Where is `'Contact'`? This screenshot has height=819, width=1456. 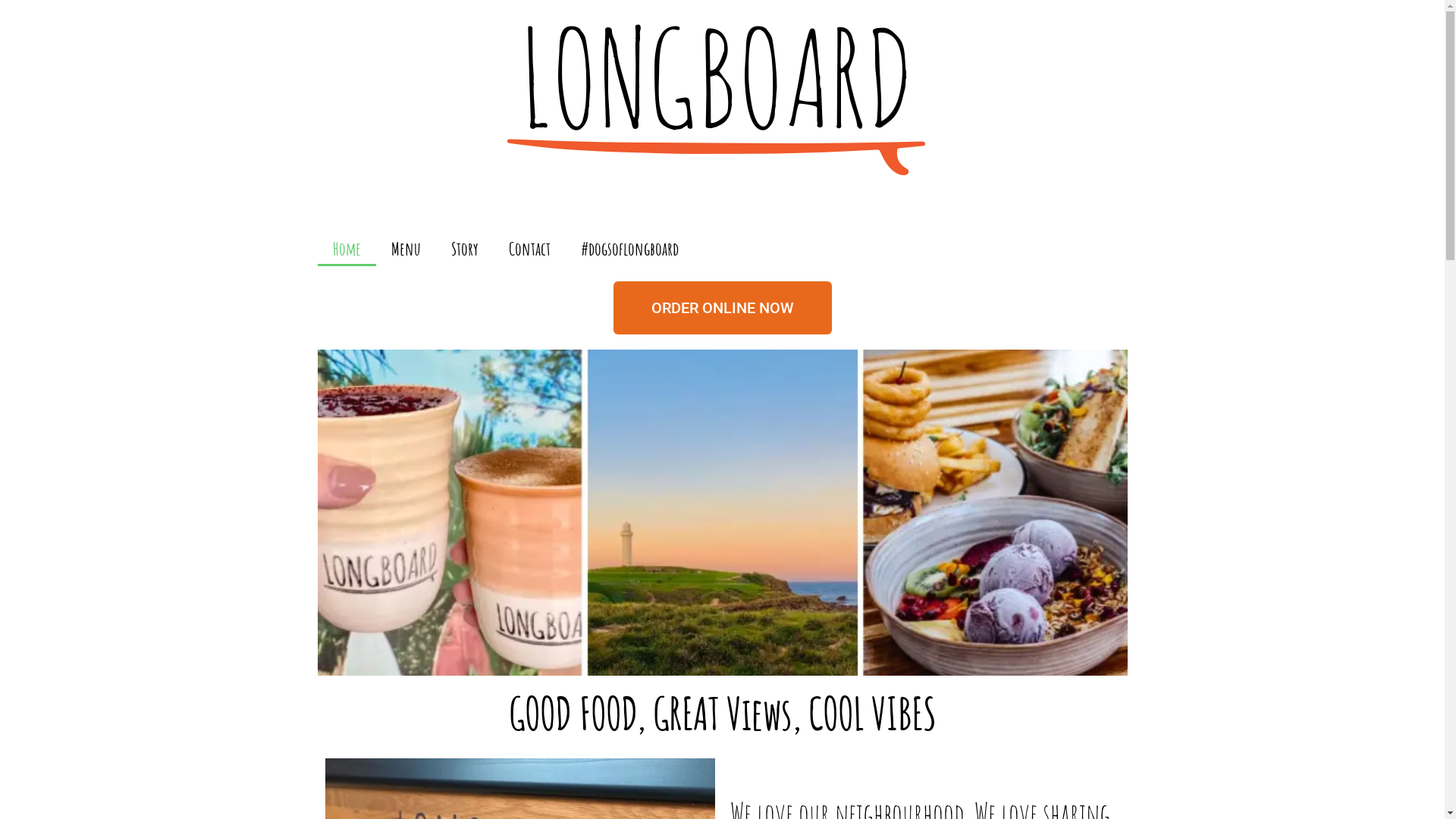
'Contact' is located at coordinates (529, 247).